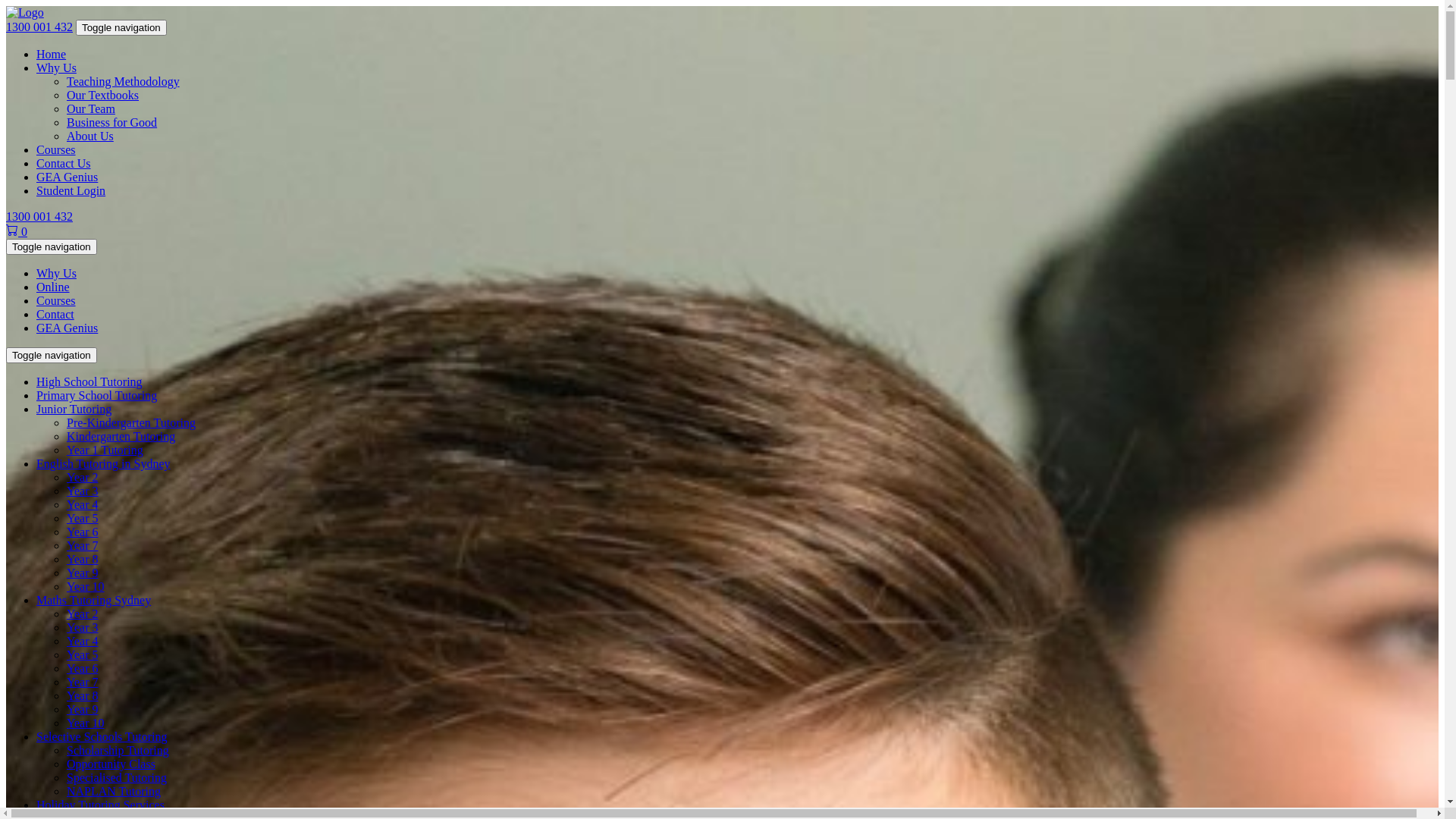 The height and width of the screenshot is (819, 1456). Describe the element at coordinates (102, 463) in the screenshot. I see `'English Tutoring in Sydney'` at that location.